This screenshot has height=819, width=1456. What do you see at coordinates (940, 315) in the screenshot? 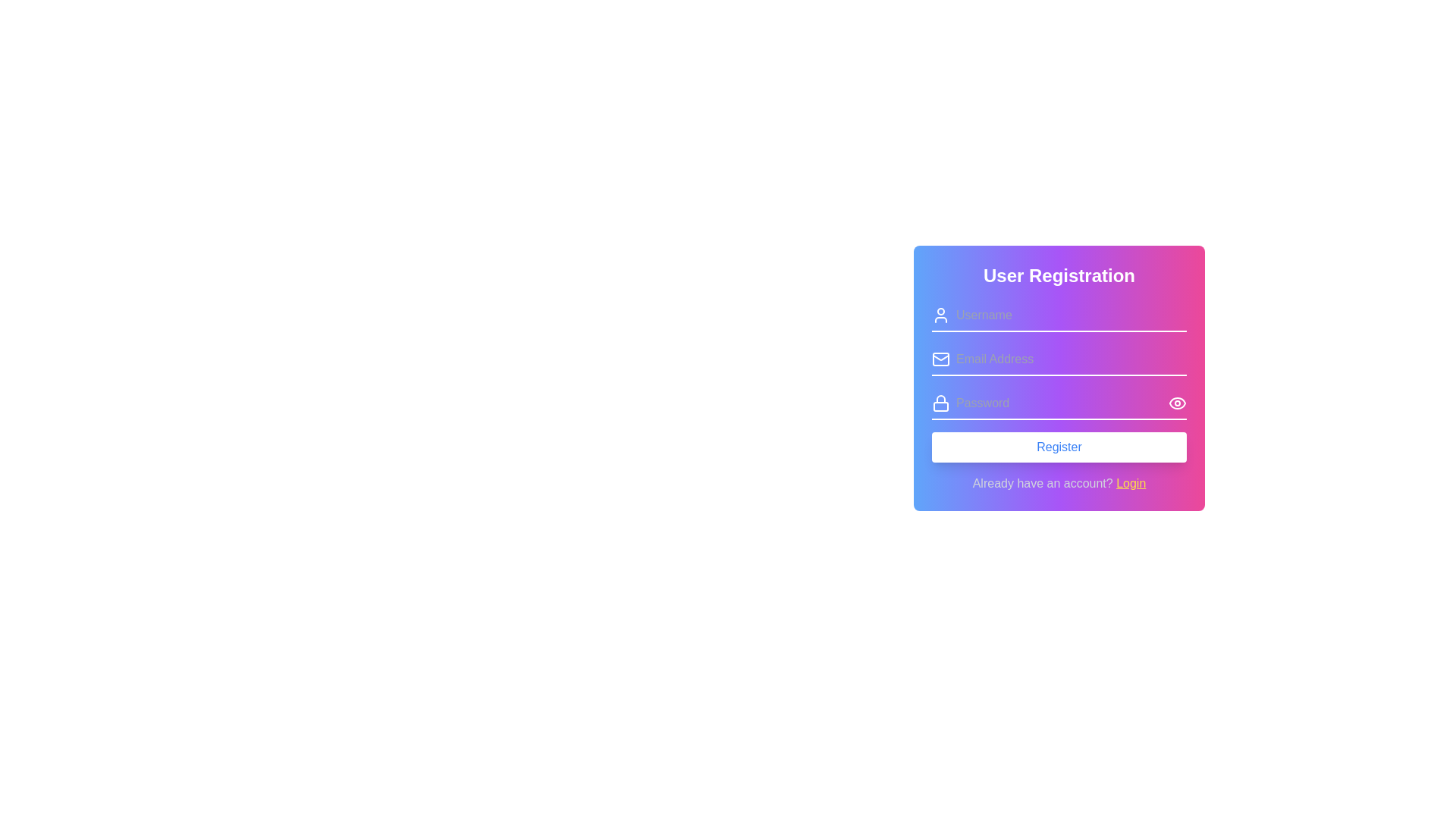
I see `the username icon located to the left of the 'Username' text input field in the User Registration form panel` at bounding box center [940, 315].